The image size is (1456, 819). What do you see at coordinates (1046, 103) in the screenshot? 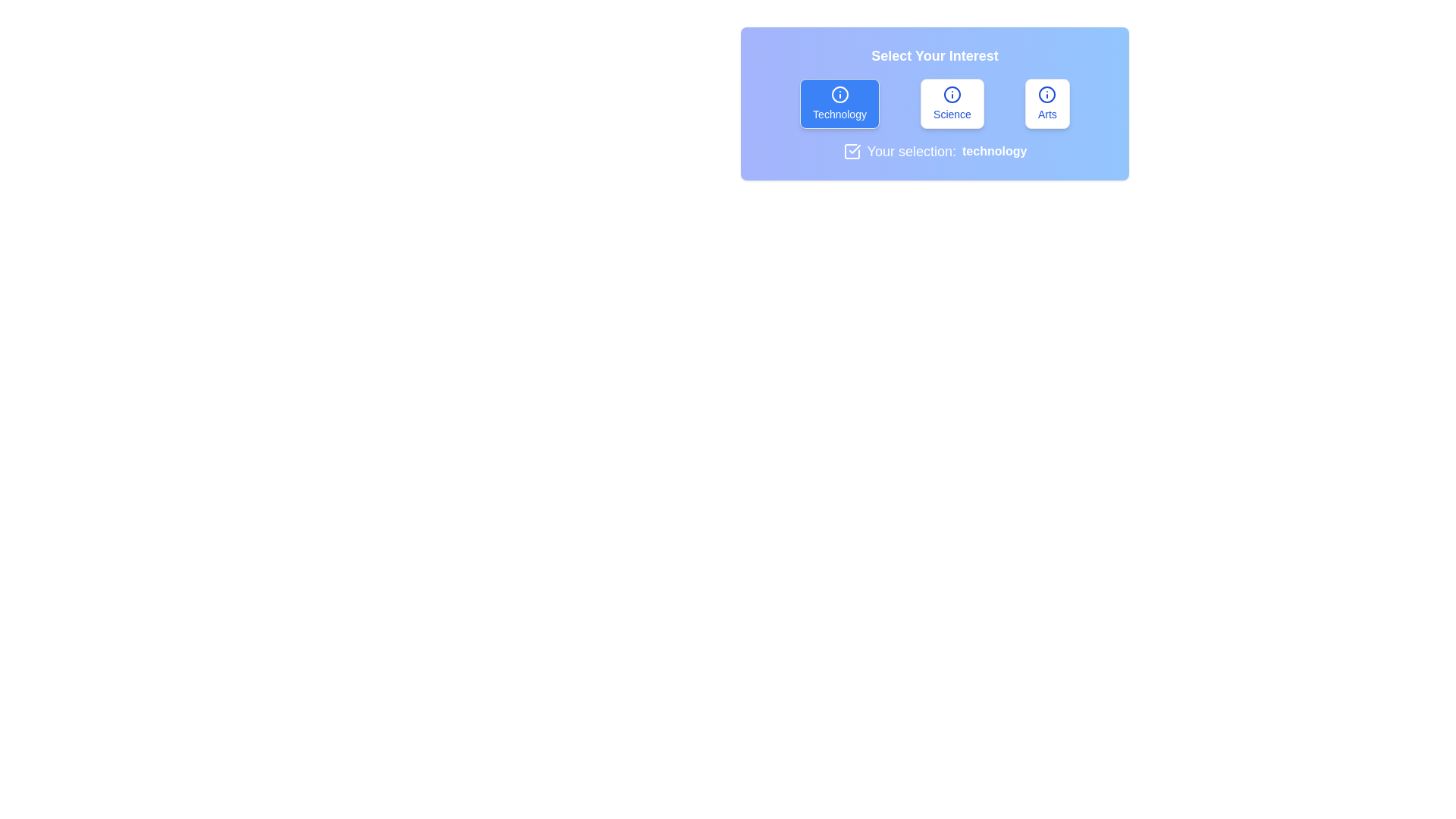
I see `the 'Arts' button to select it` at bounding box center [1046, 103].